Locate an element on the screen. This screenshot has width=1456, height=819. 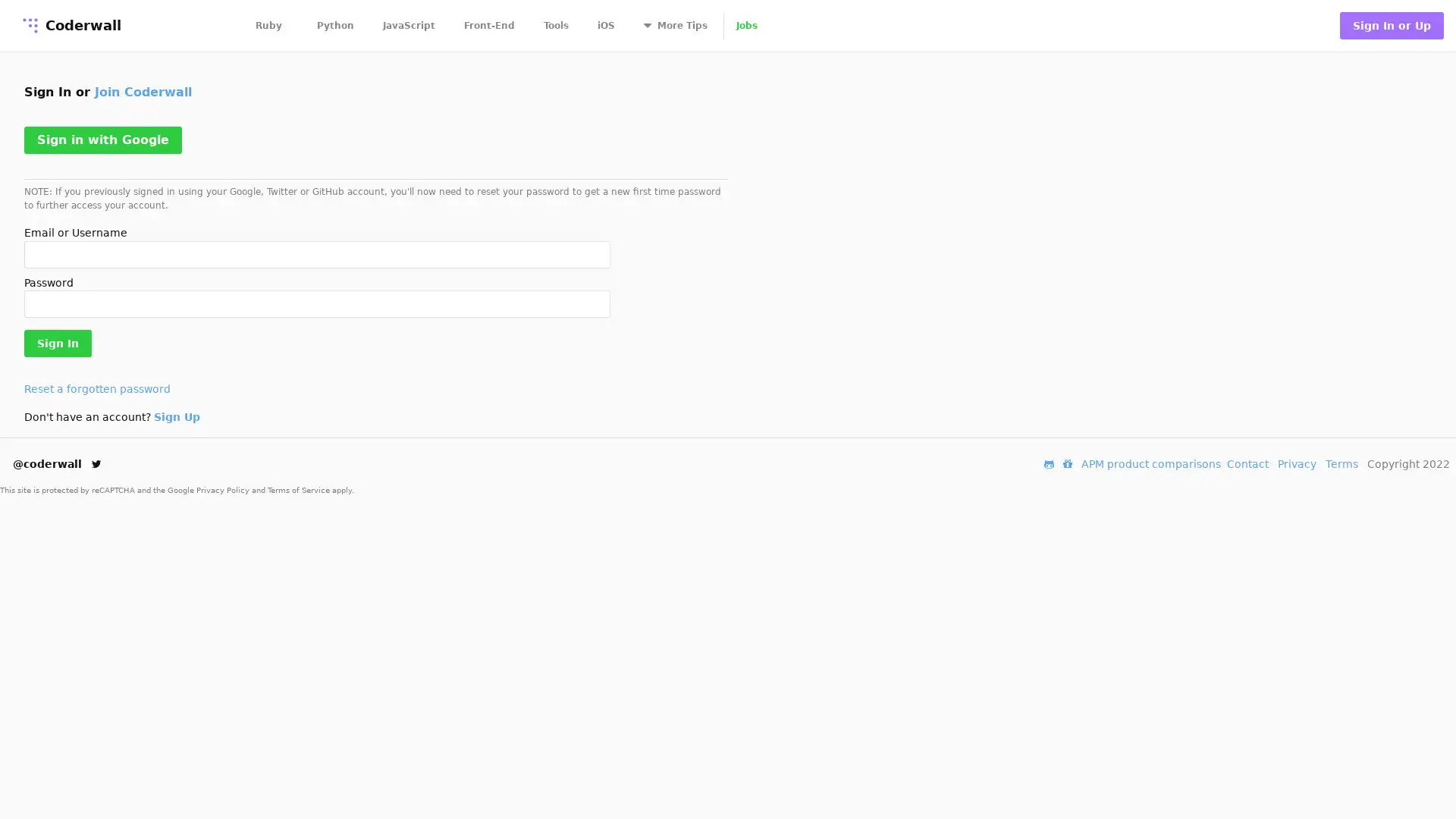
Sign In is located at coordinates (58, 343).